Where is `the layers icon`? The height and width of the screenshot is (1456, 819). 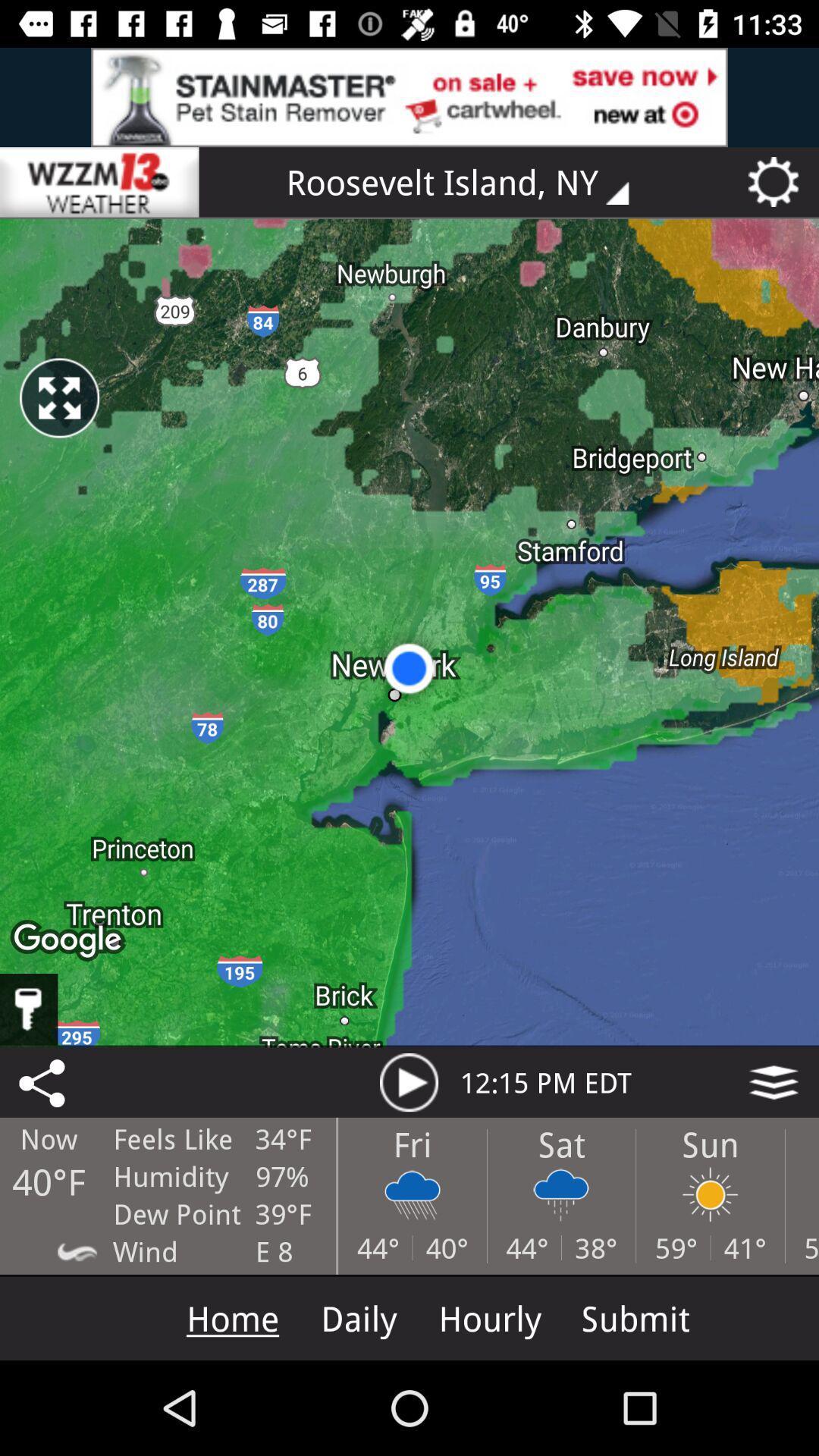
the layers icon is located at coordinates (773, 1081).